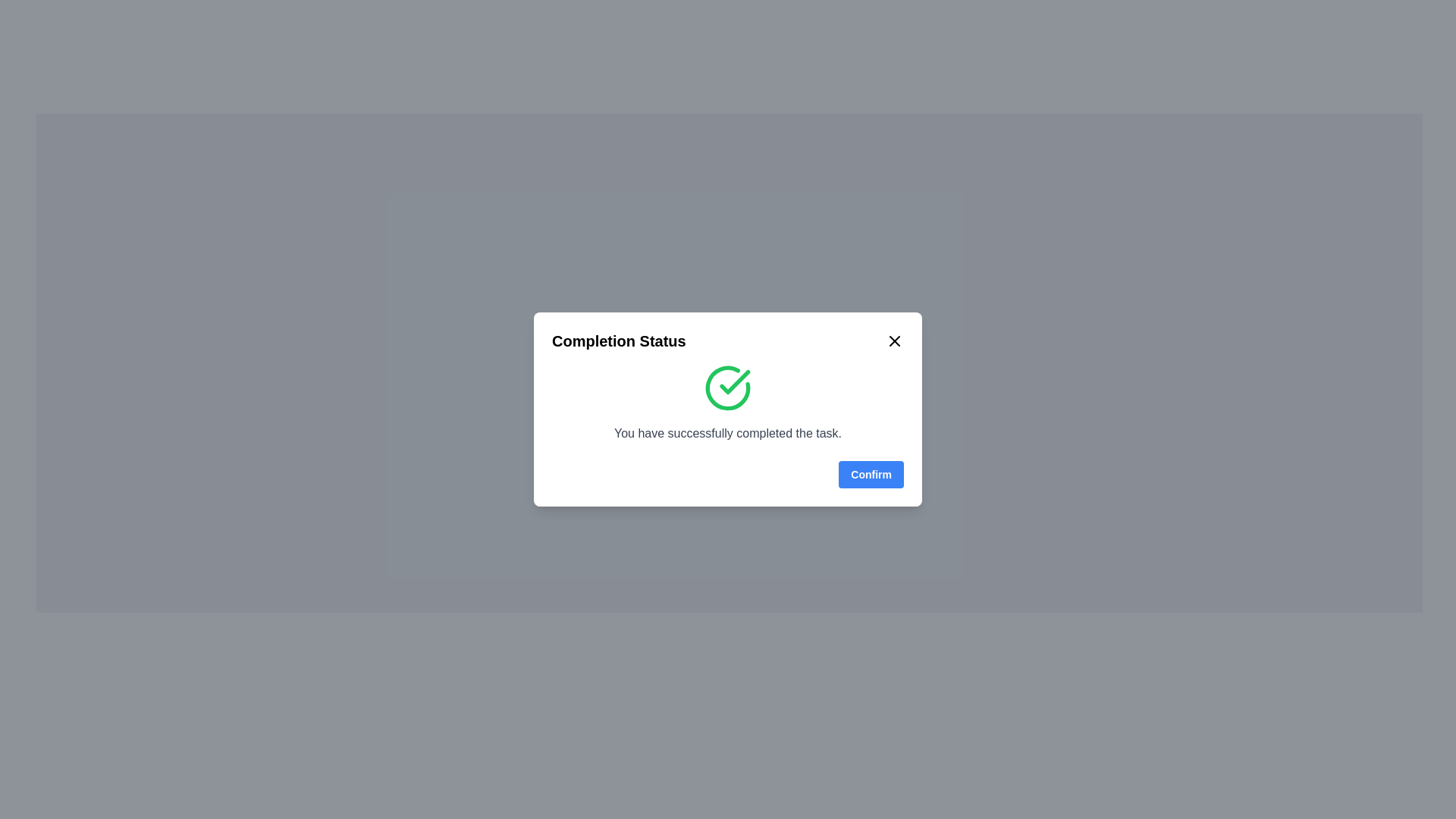 Image resolution: width=1456 pixels, height=819 pixels. I want to click on the Close button, which is a black 'X' icon located at the upper-right corner of the 'Completion Status' dialog box, so click(895, 341).